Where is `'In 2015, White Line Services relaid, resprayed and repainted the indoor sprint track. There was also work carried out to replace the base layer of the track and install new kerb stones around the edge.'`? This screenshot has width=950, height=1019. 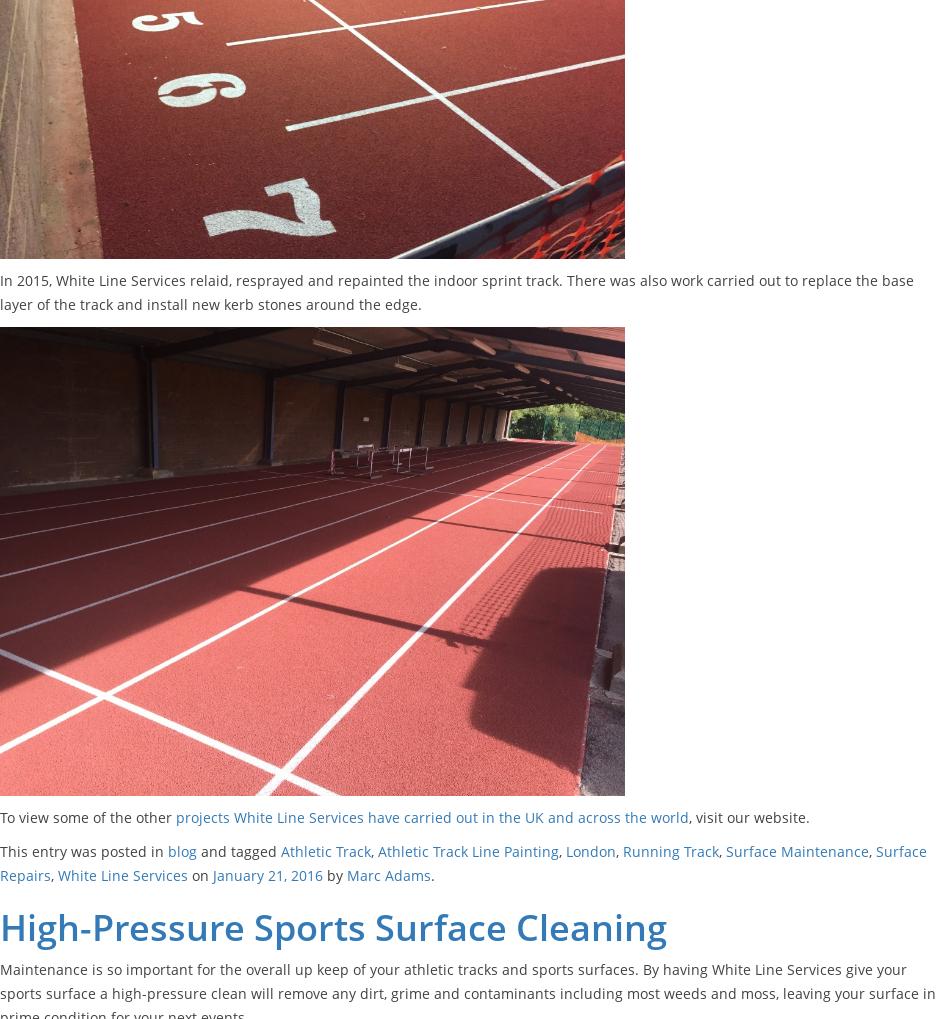 'In 2015, White Line Services relaid, resprayed and repainted the indoor sprint track. There was also work carried out to replace the base layer of the track and install new kerb stones around the edge.' is located at coordinates (456, 291).